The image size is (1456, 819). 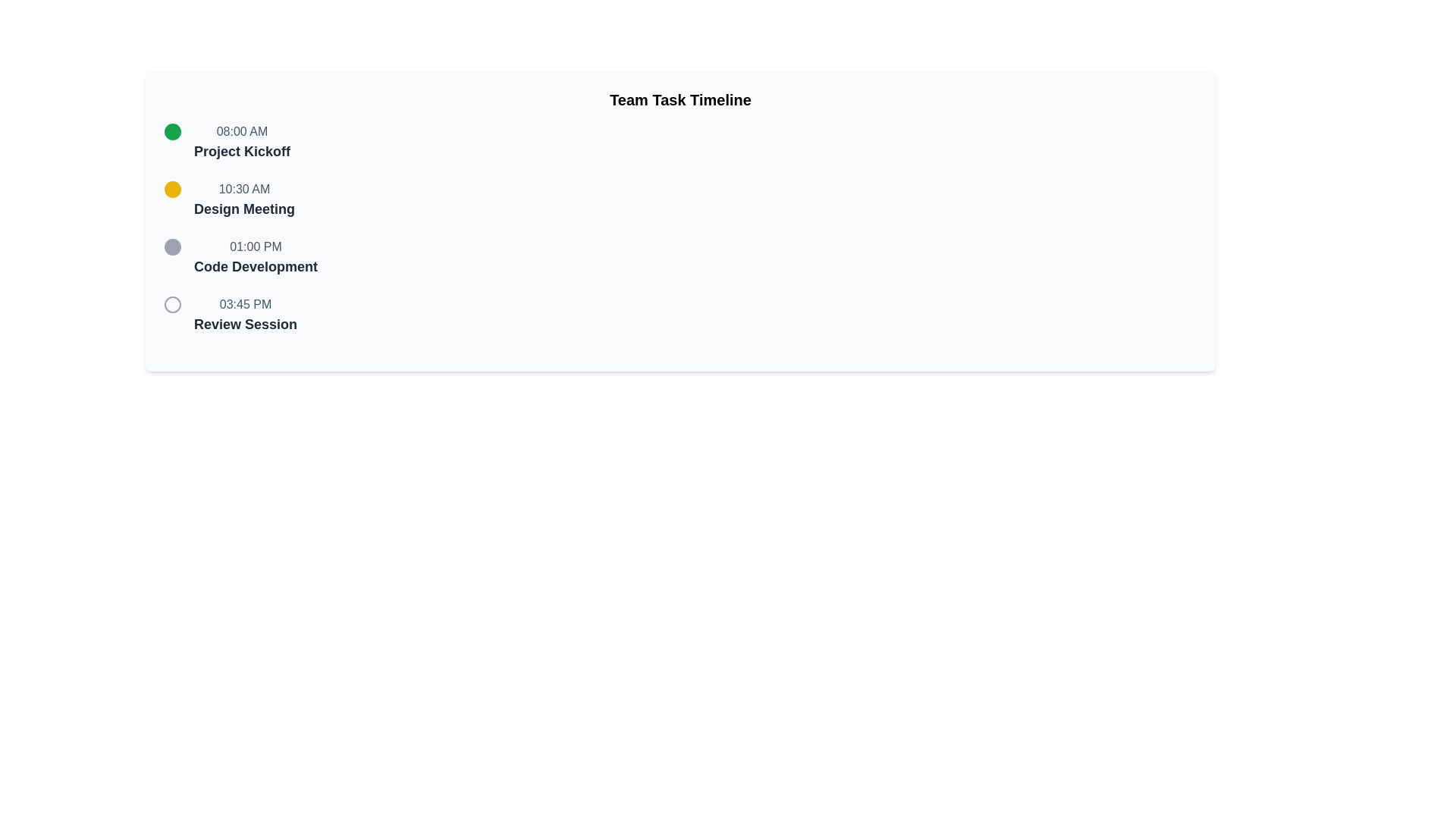 What do you see at coordinates (244, 189) in the screenshot?
I see `the static text element that indicates the scheduled time for the corresponding event, located to the left of 'Design Meeting' and slightly below the event icon` at bounding box center [244, 189].